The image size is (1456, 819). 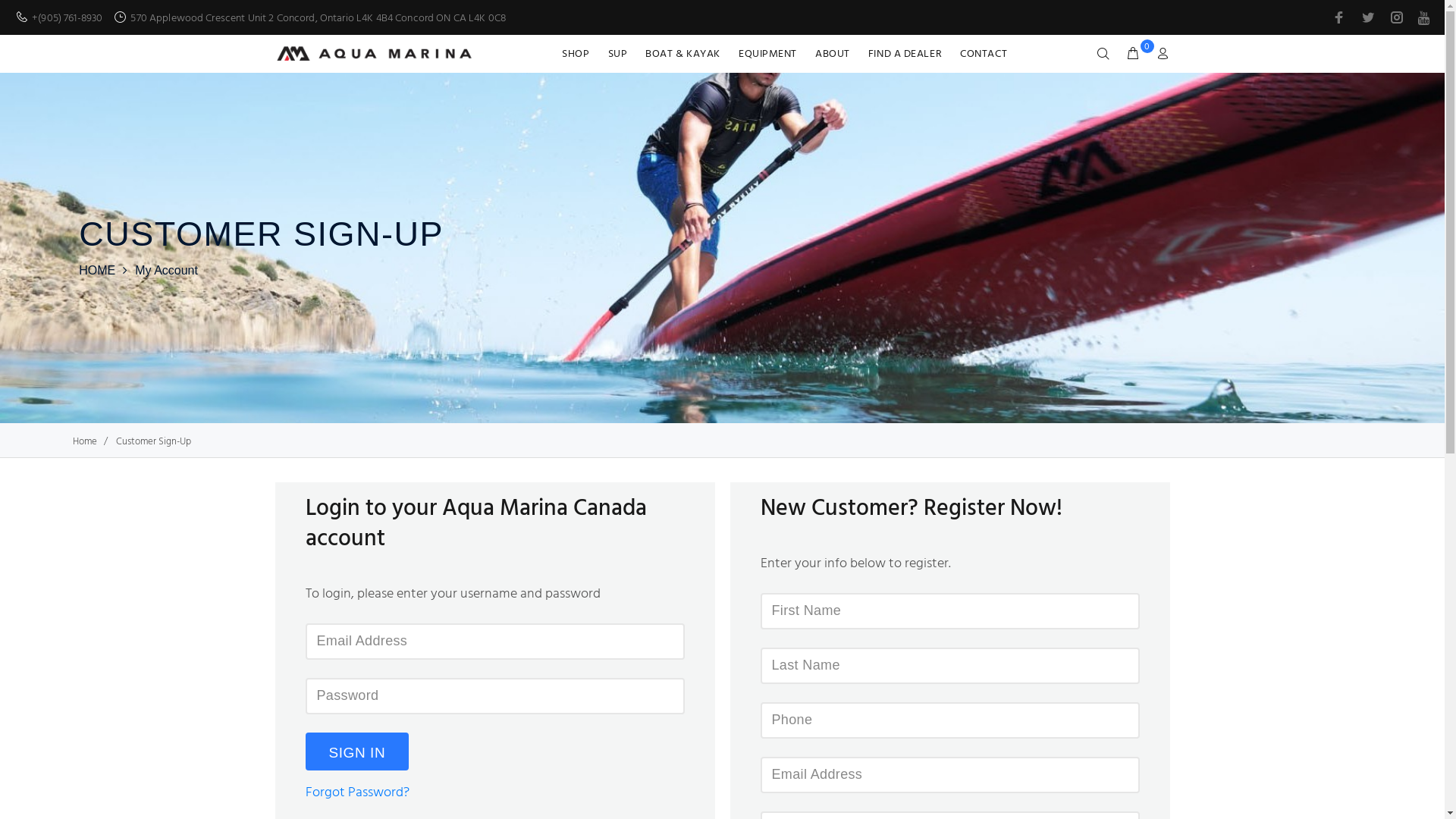 What do you see at coordinates (356, 752) in the screenshot?
I see `'SIGN IN'` at bounding box center [356, 752].